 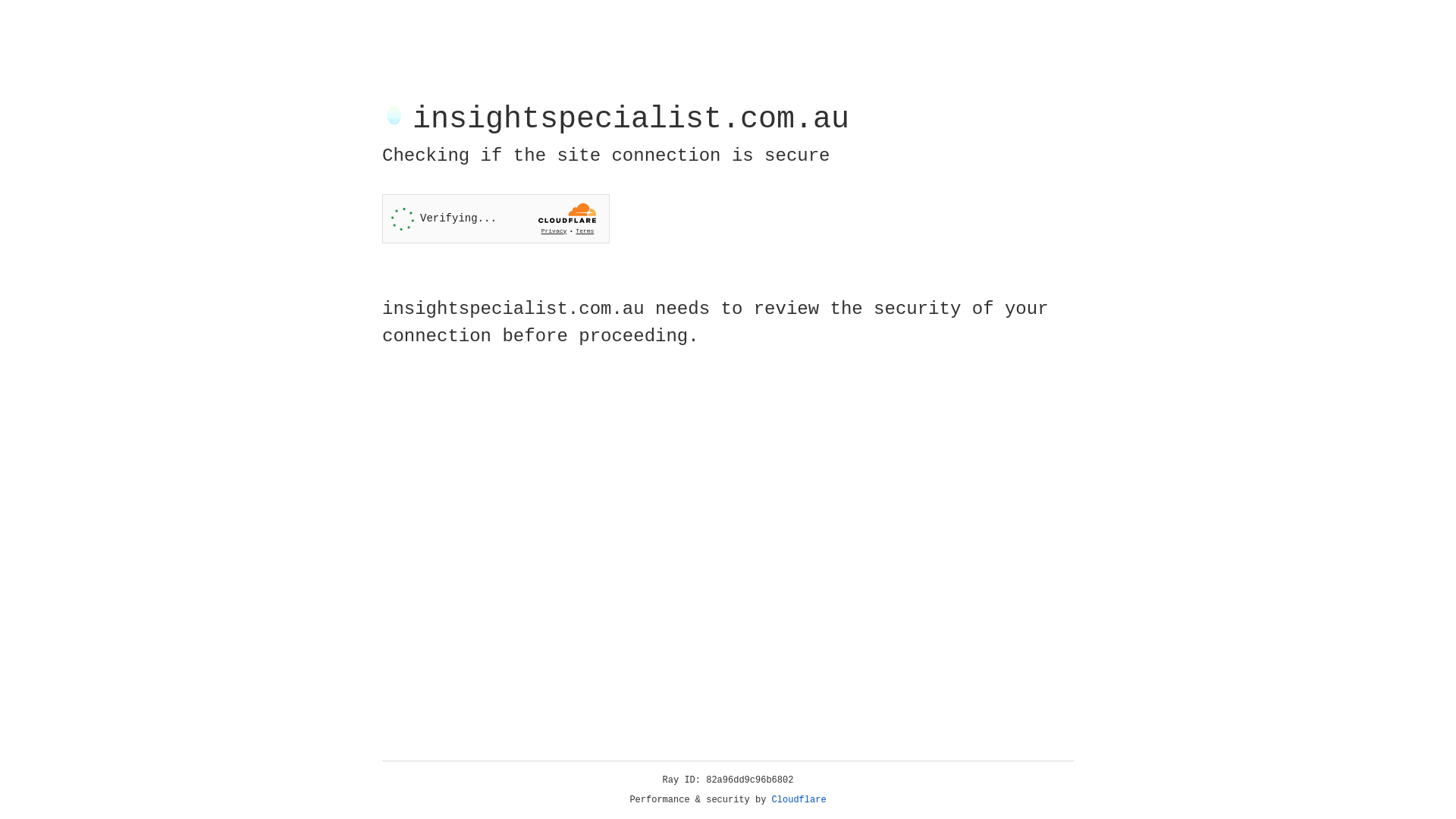 What do you see at coordinates (799, 799) in the screenshot?
I see `'Cloudflare'` at bounding box center [799, 799].